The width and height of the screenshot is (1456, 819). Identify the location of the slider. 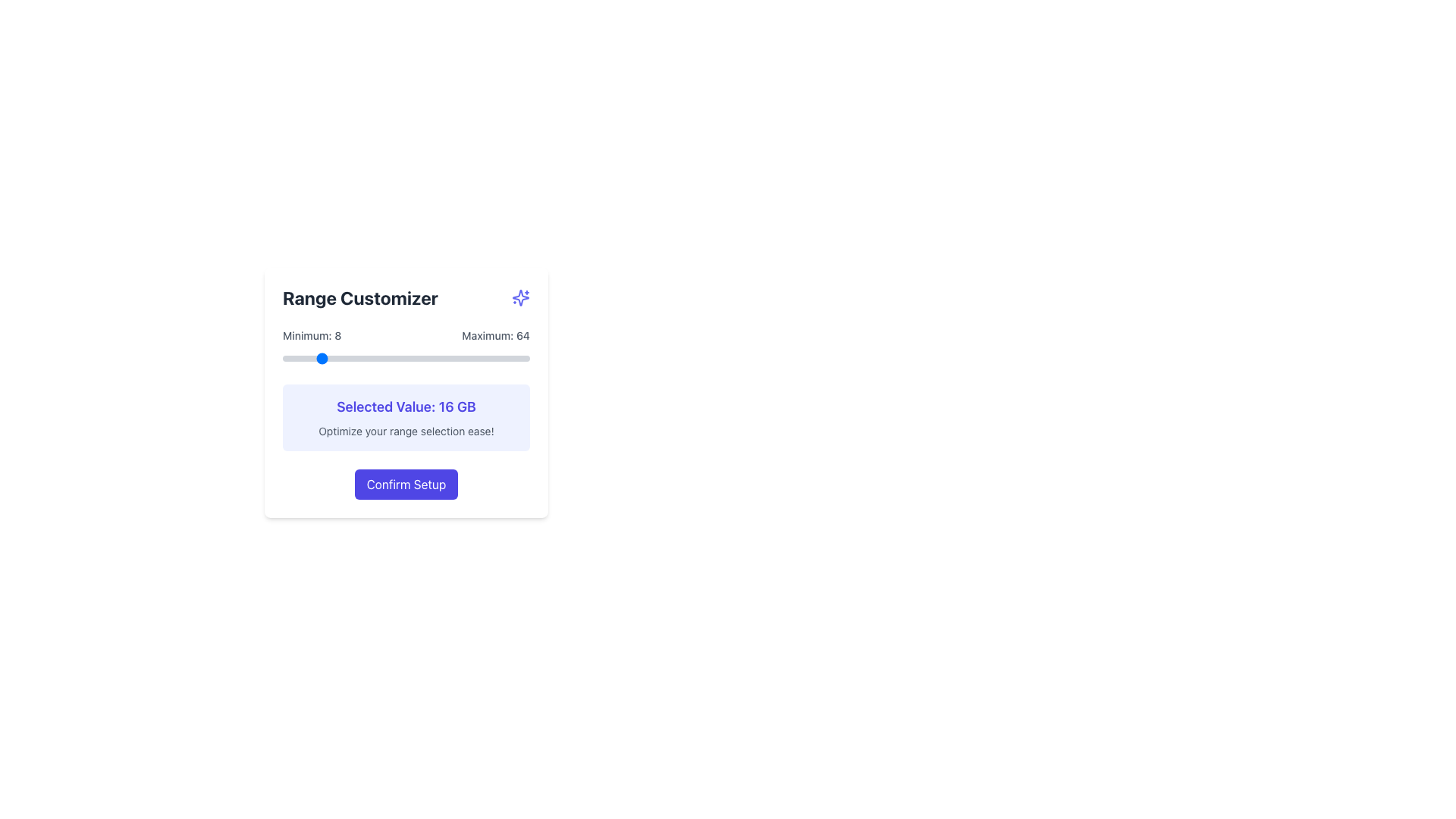
(463, 359).